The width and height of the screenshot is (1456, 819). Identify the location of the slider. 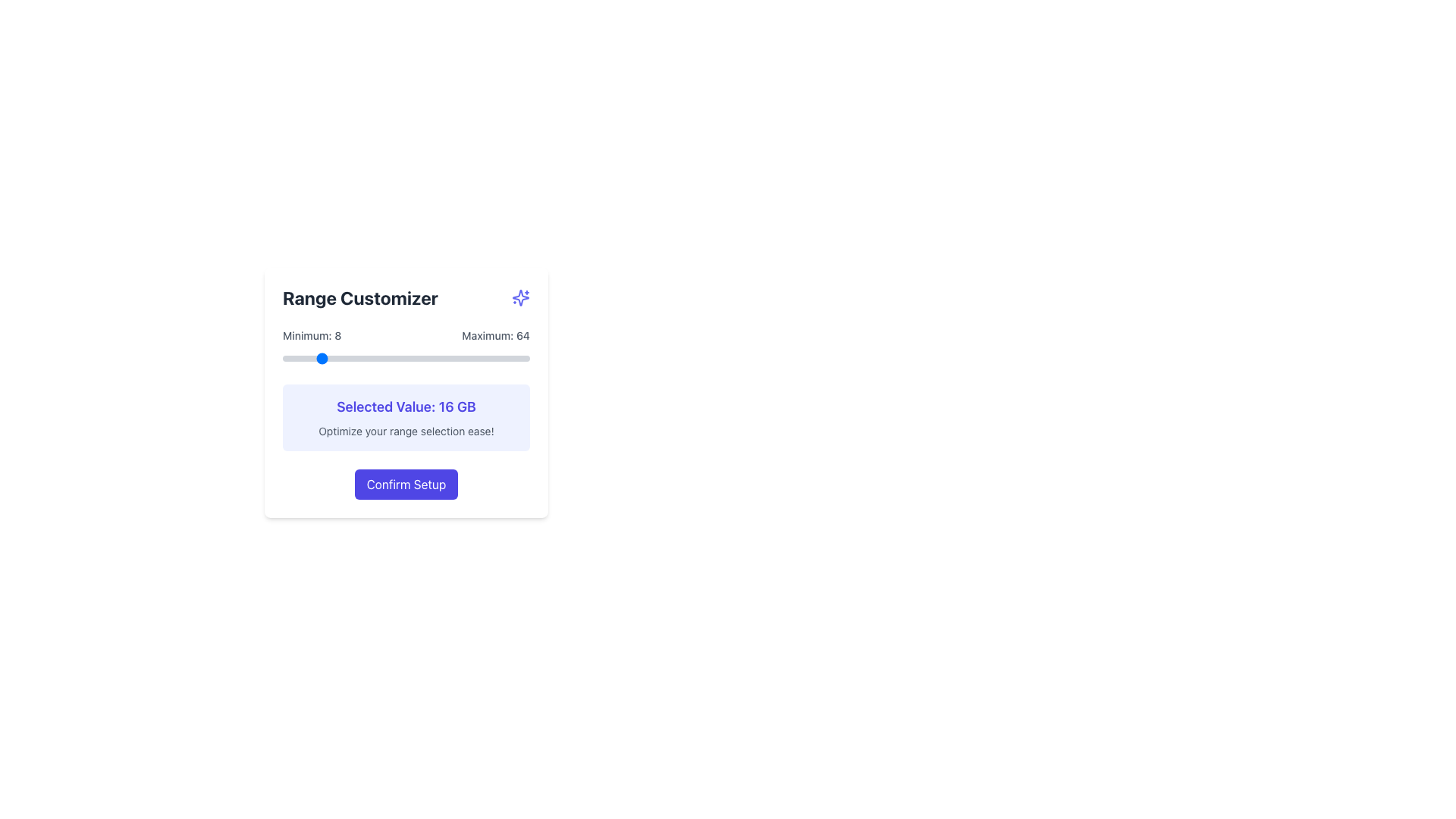
(463, 359).